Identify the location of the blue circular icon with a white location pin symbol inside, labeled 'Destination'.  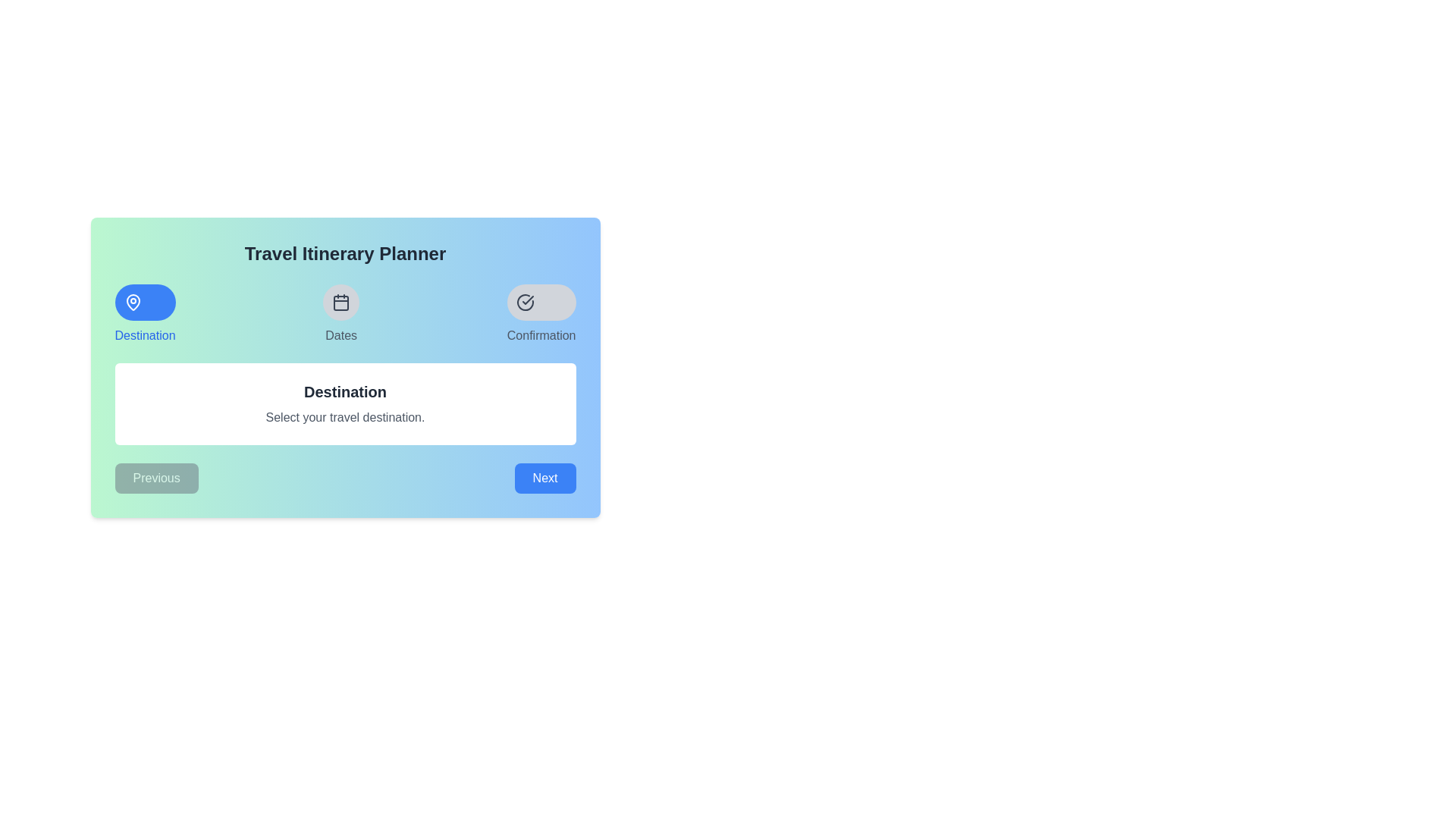
(145, 314).